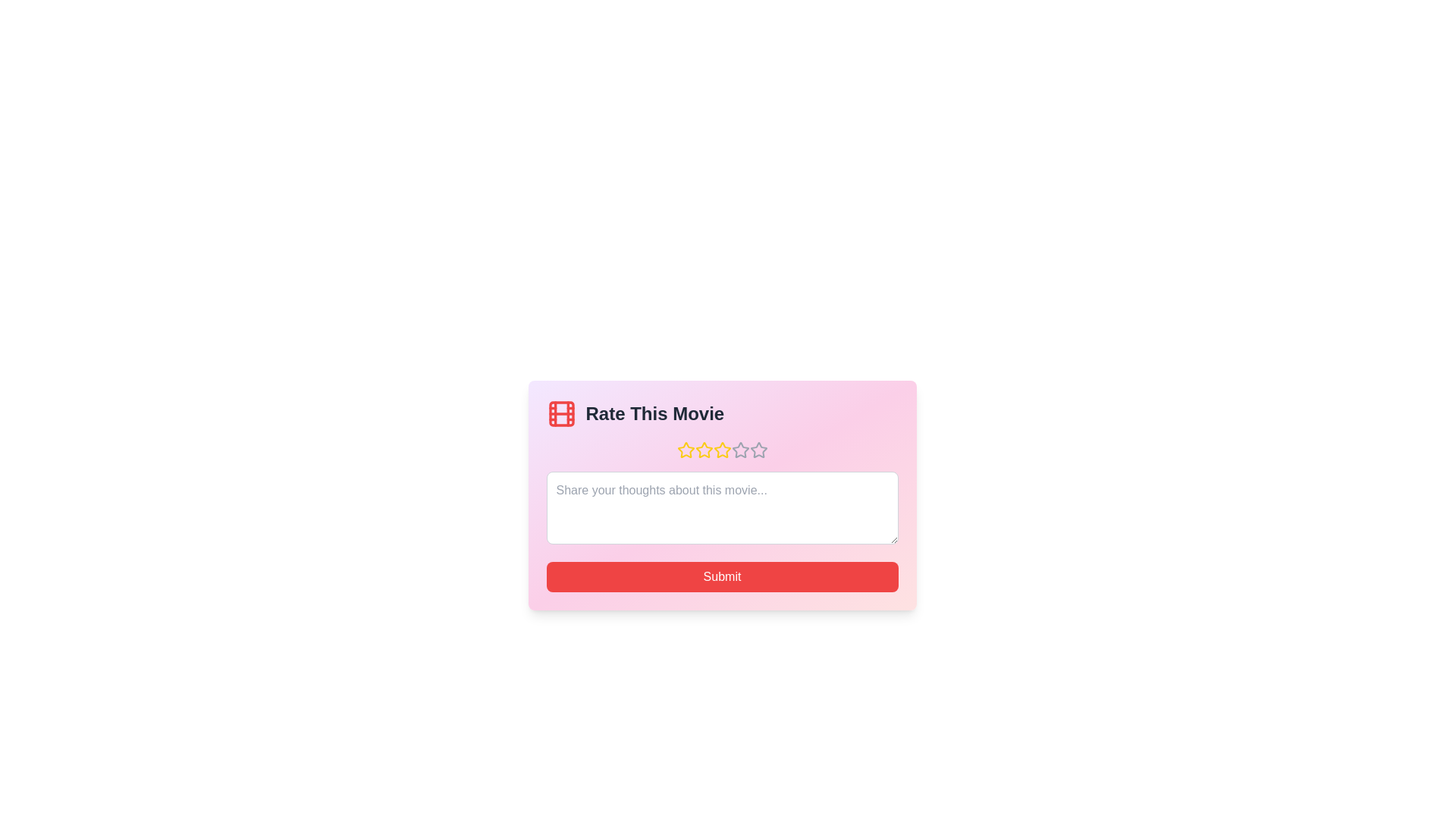 The height and width of the screenshot is (819, 1456). Describe the element at coordinates (721, 576) in the screenshot. I see `the submit button to finalize the rating and feedback` at that location.